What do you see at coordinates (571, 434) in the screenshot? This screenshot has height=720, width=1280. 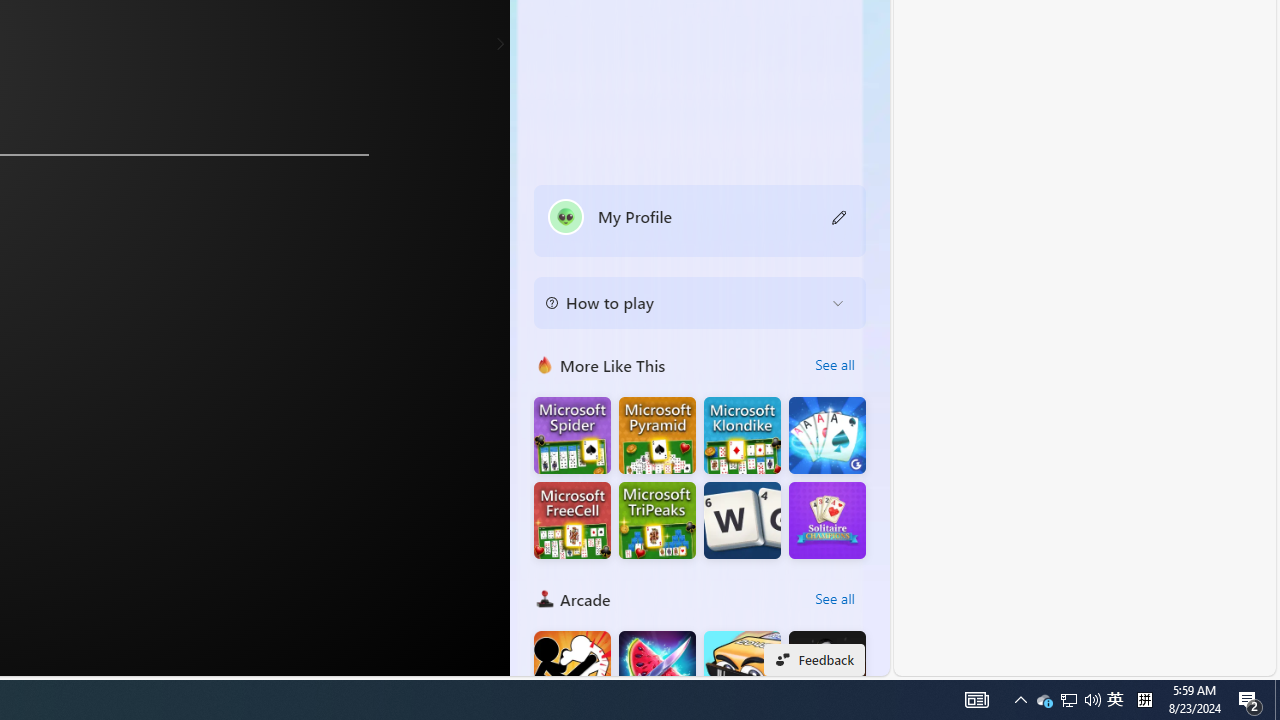 I see `'Microsoft Spider Solitaire'` at bounding box center [571, 434].